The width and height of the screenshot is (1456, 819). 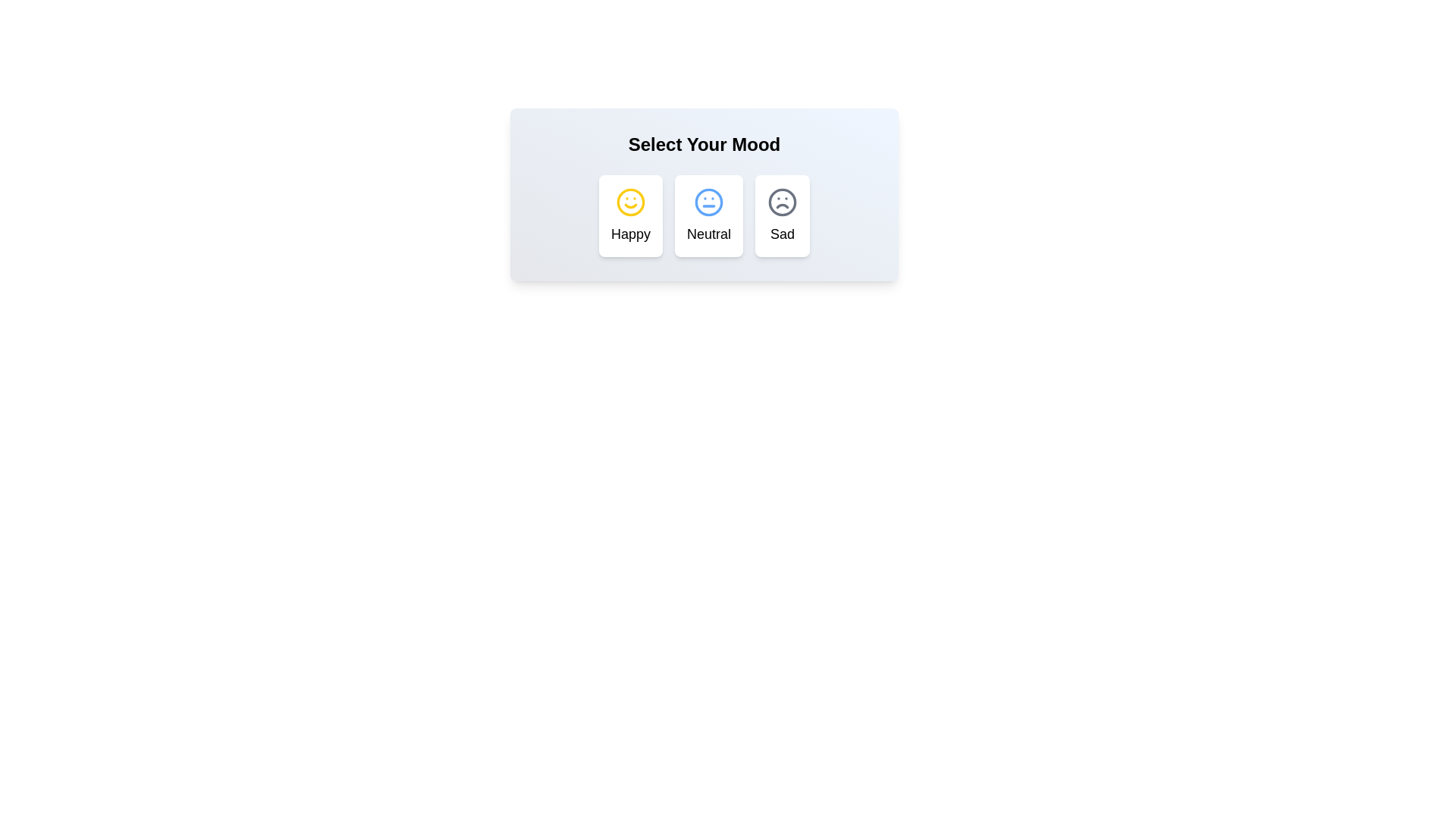 I want to click on the 'Sad' mood option to toggle its selection state, so click(x=783, y=216).